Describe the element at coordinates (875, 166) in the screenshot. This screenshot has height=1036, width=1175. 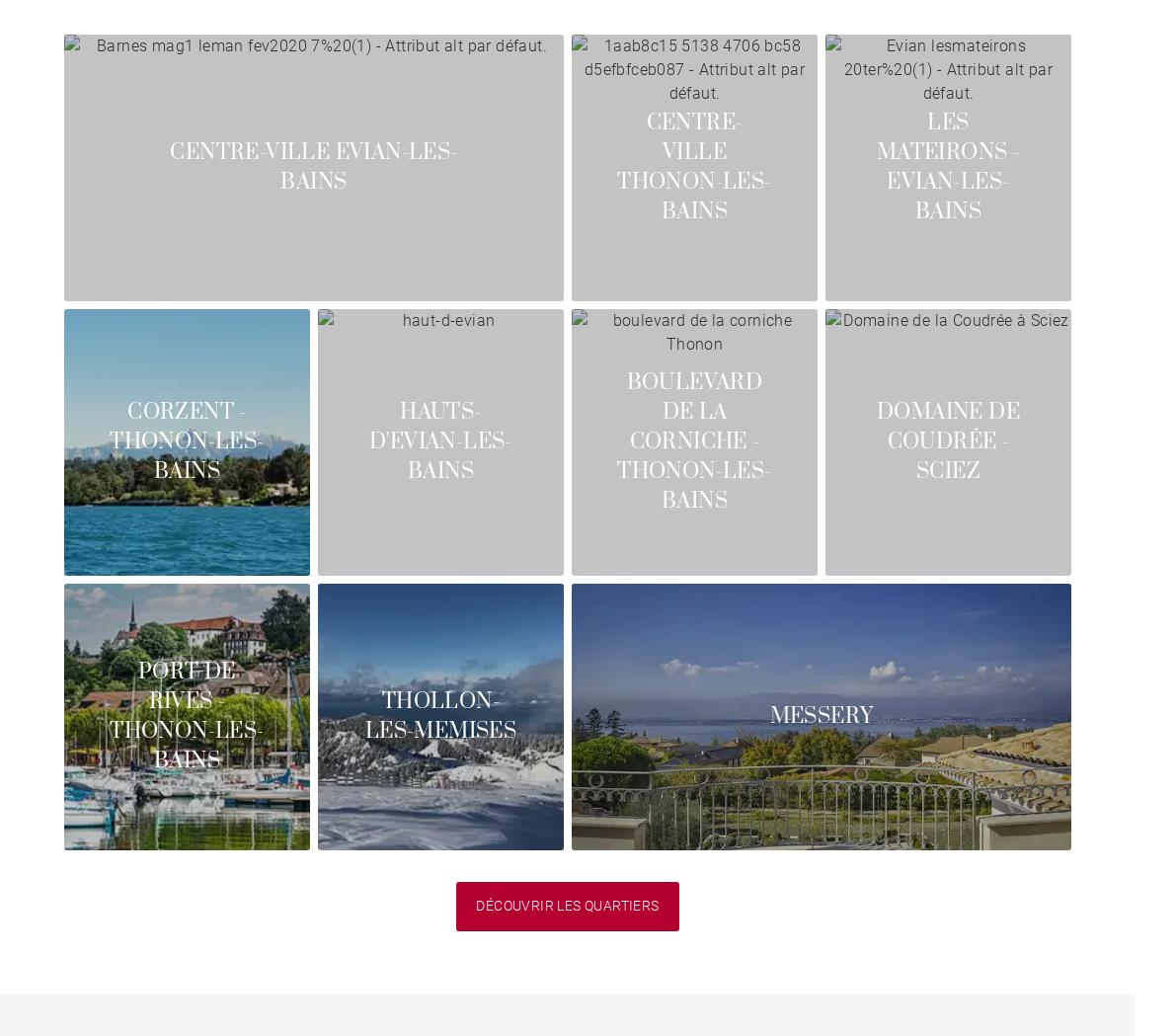
I see `'Les Mateirons - Evian-les-Bains'` at that location.